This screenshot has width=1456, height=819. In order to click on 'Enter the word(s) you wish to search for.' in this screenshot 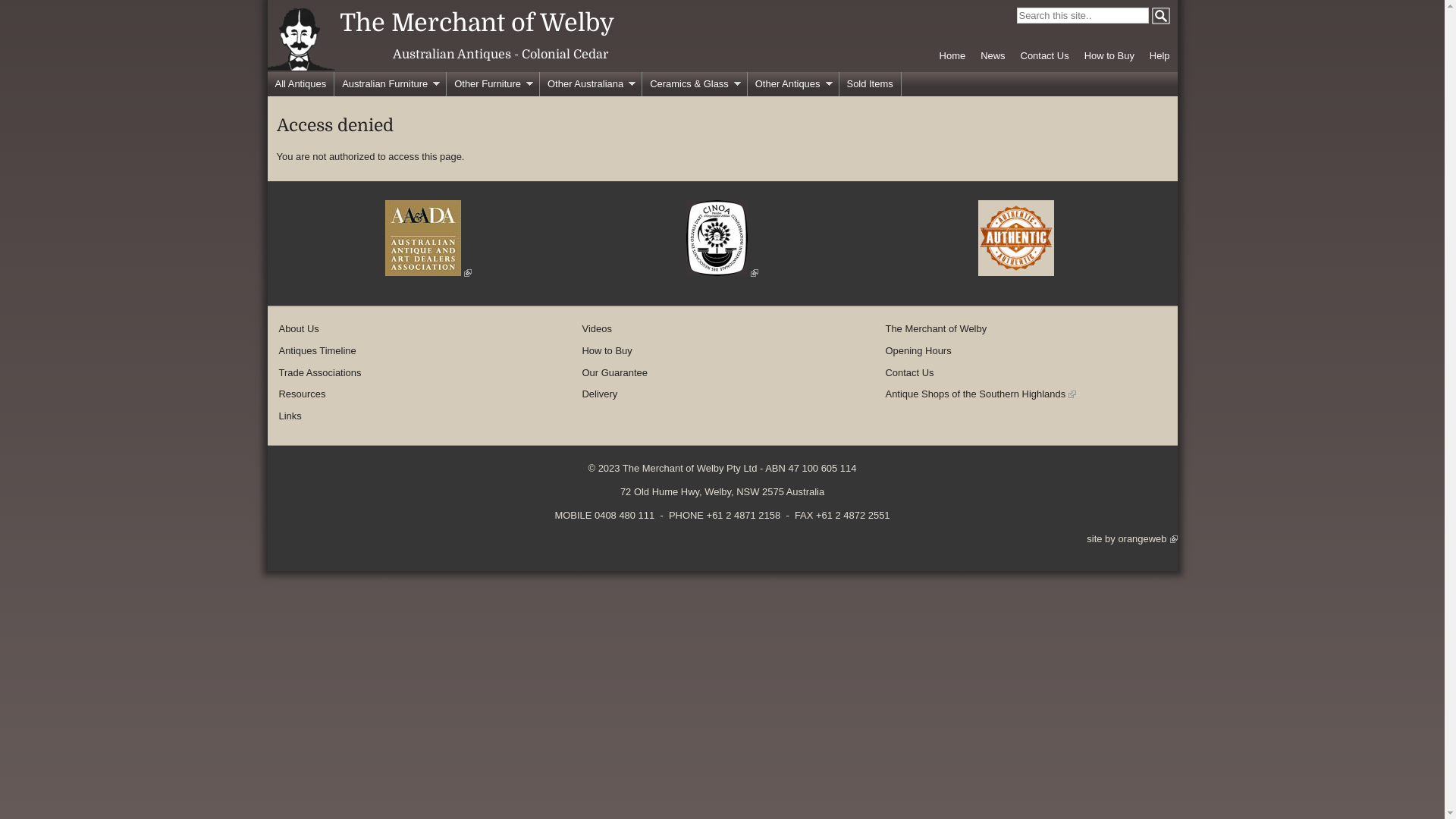, I will do `click(1081, 15)`.